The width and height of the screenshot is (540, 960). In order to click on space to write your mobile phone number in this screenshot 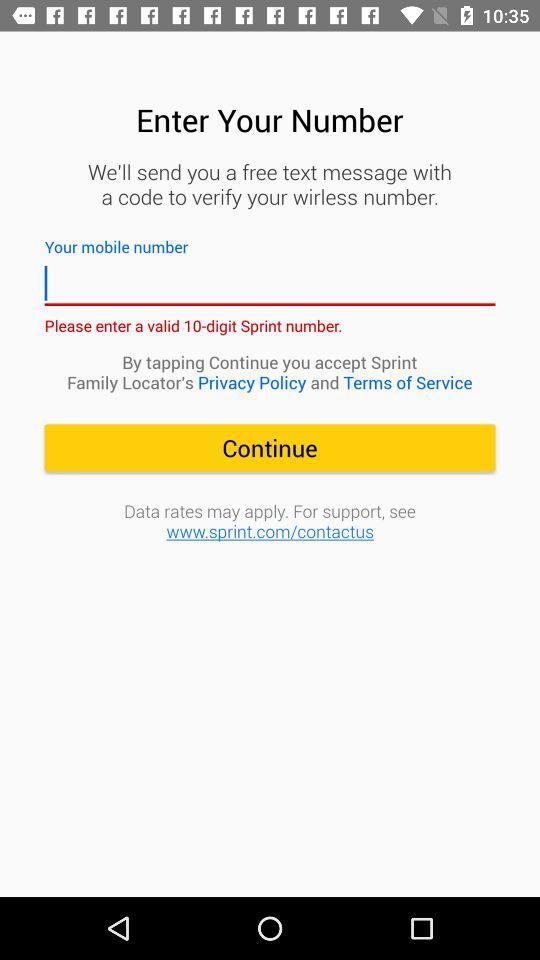, I will do `click(270, 282)`.